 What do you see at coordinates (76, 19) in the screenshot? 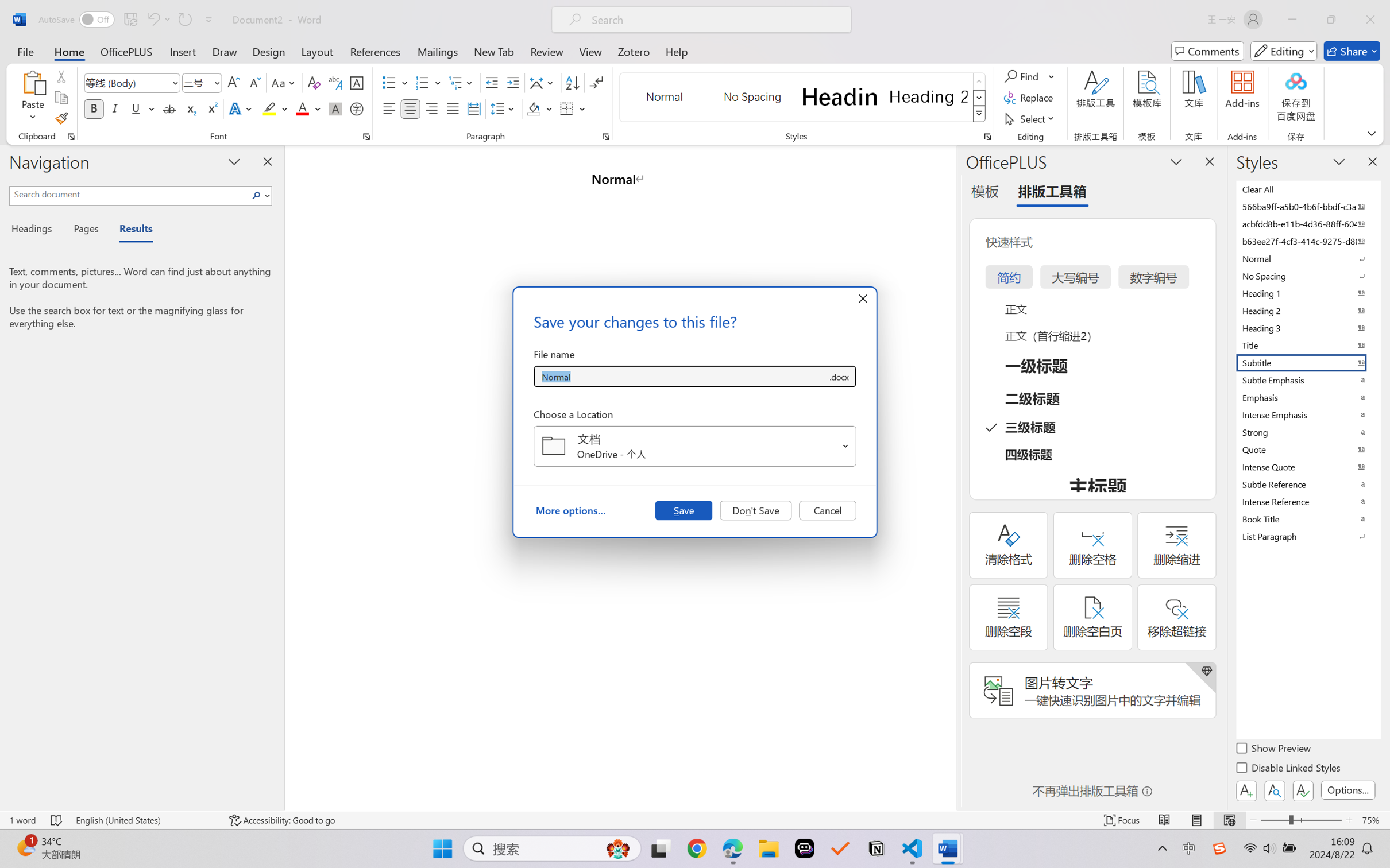
I see `'AutoSave'` at bounding box center [76, 19].